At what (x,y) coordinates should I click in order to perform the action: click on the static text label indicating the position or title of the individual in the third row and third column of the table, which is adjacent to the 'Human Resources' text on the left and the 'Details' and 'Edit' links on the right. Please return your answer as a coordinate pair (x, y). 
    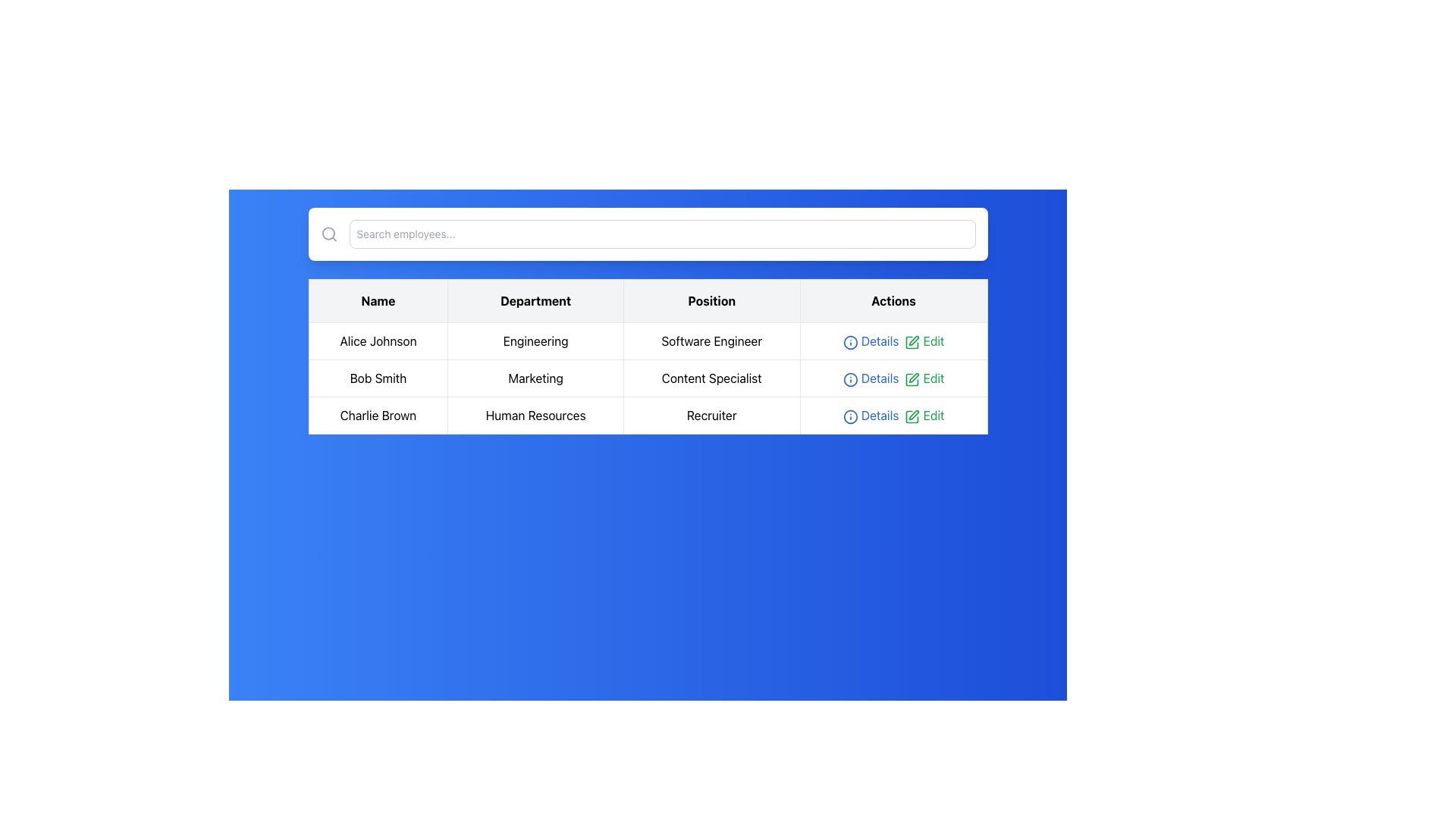
    Looking at the image, I should click on (711, 415).